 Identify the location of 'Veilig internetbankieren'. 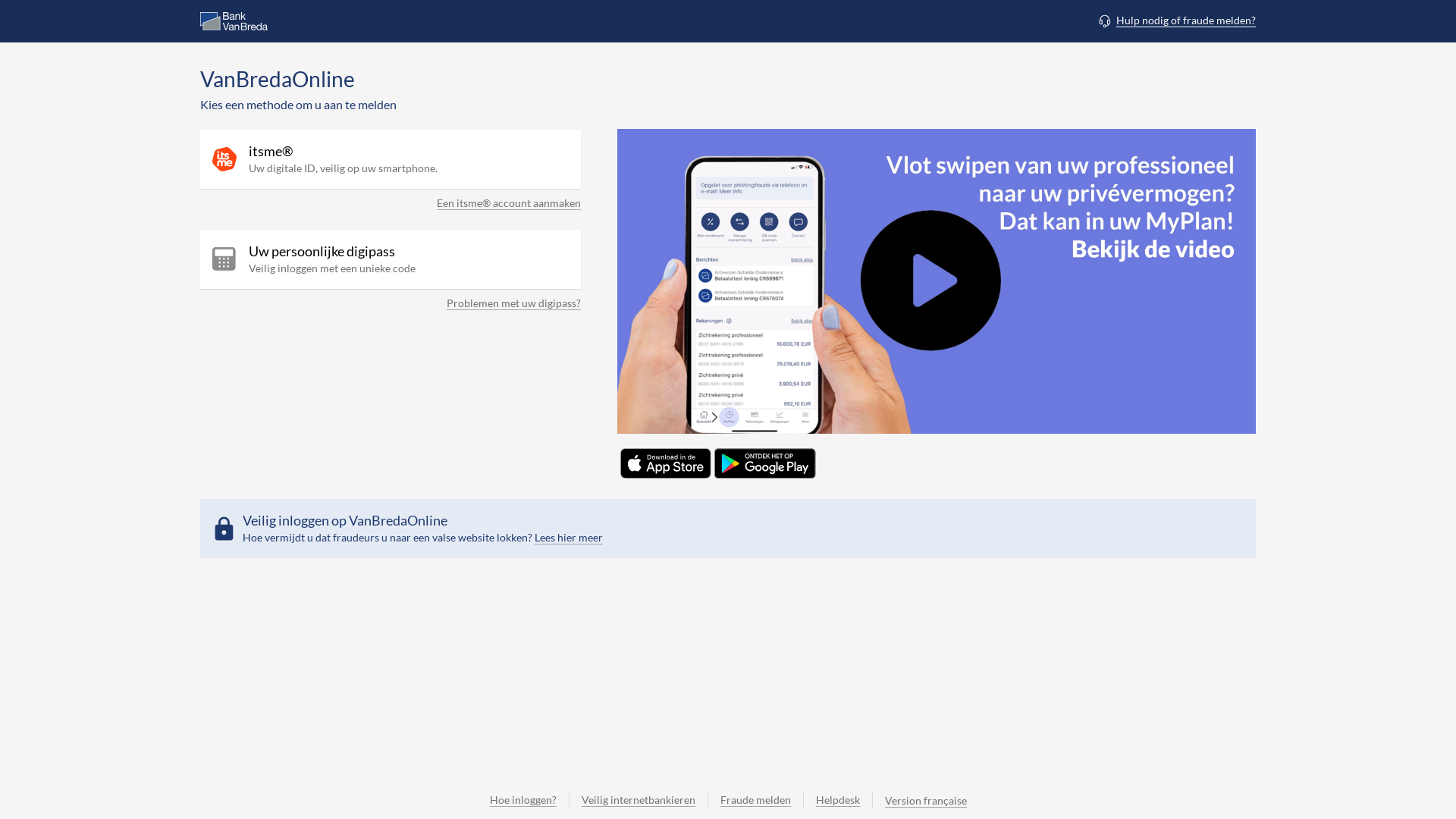
(638, 799).